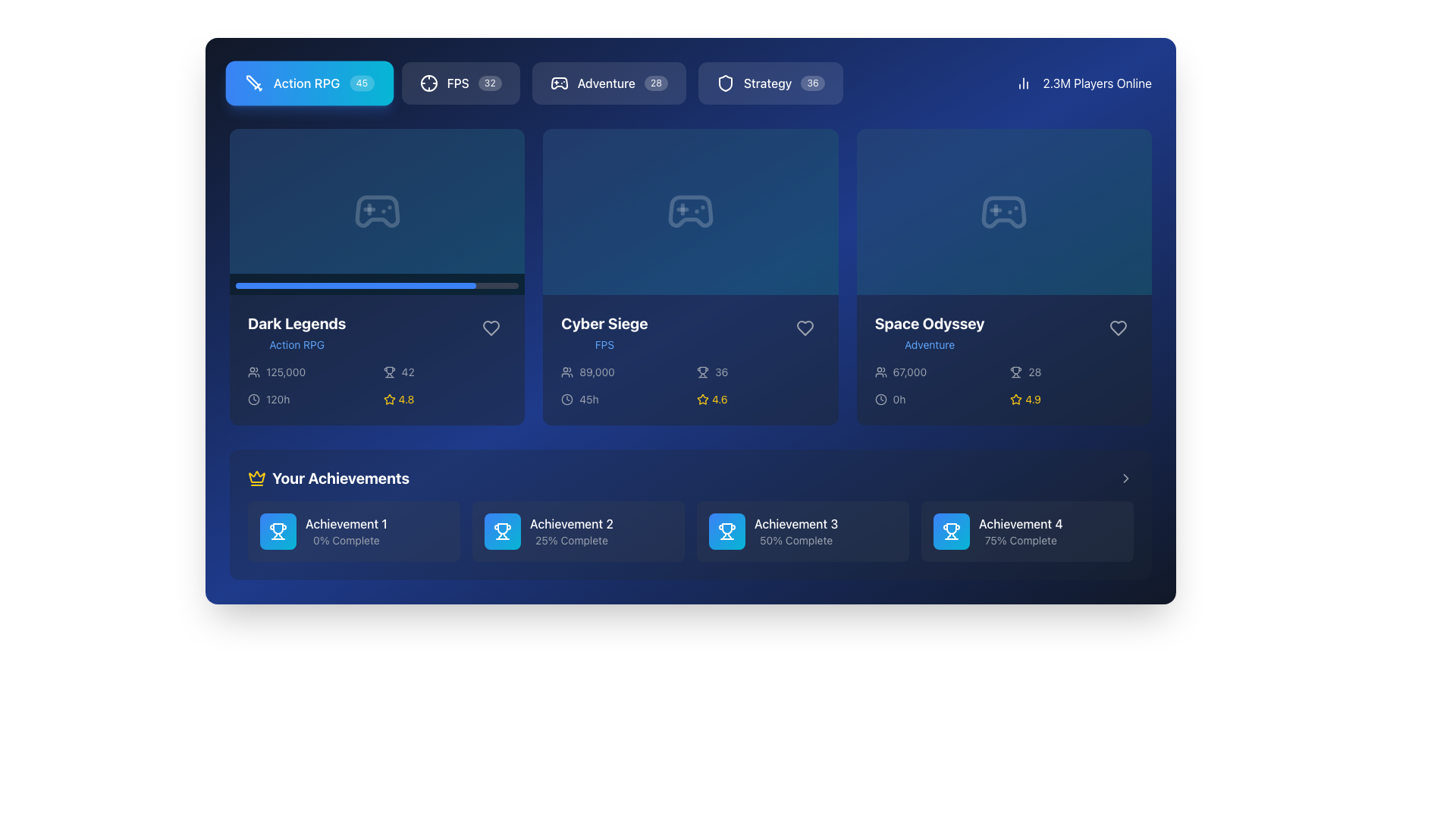 The width and height of the screenshot is (1456, 819). Describe the element at coordinates (701, 372) in the screenshot. I see `the trophy icon element located in the 'Cyber Siege' card section, positioned to the left of the numeric value '36'` at that location.